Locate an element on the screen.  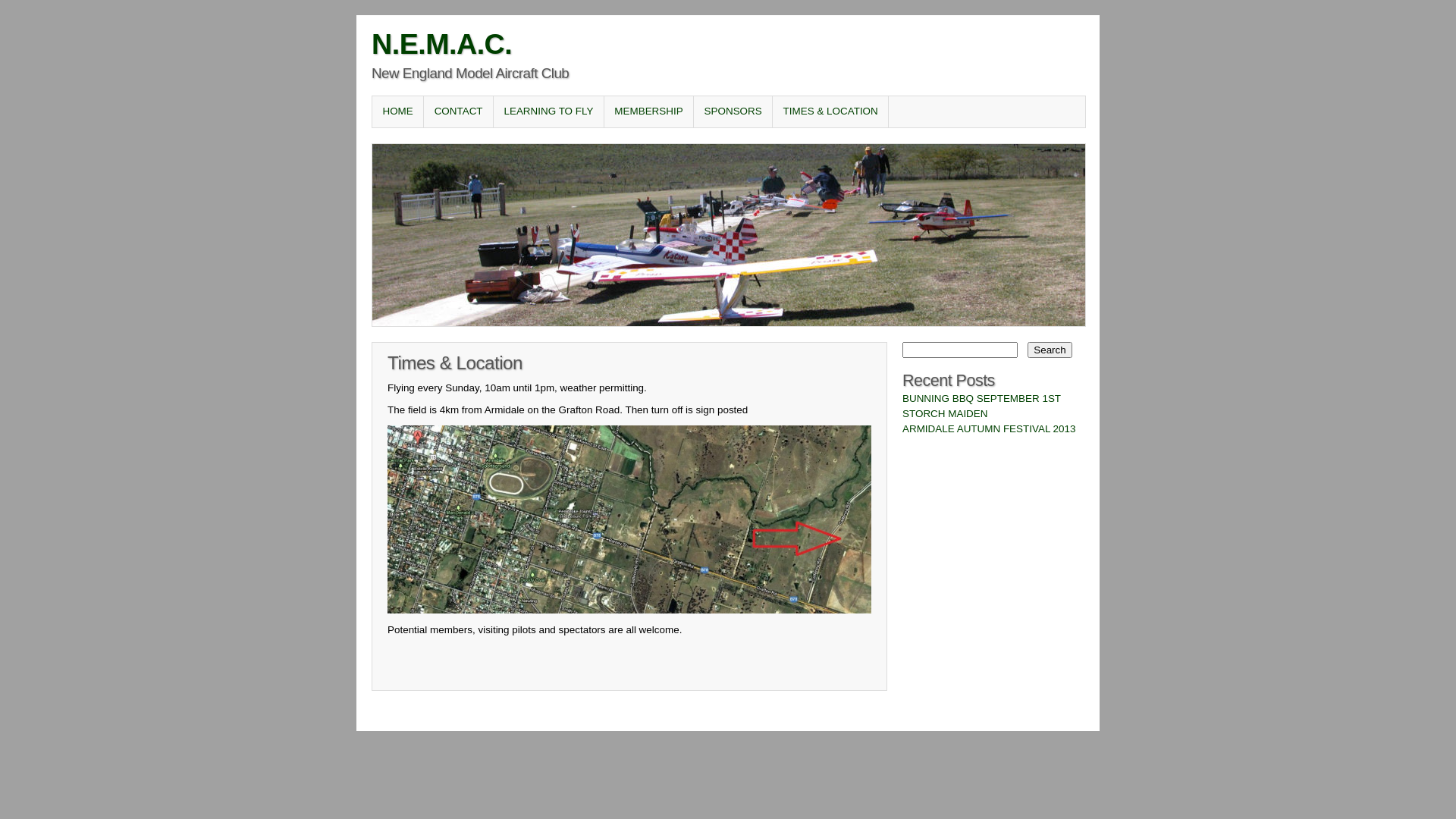
'TIMES & LOCATION' is located at coordinates (829, 110).